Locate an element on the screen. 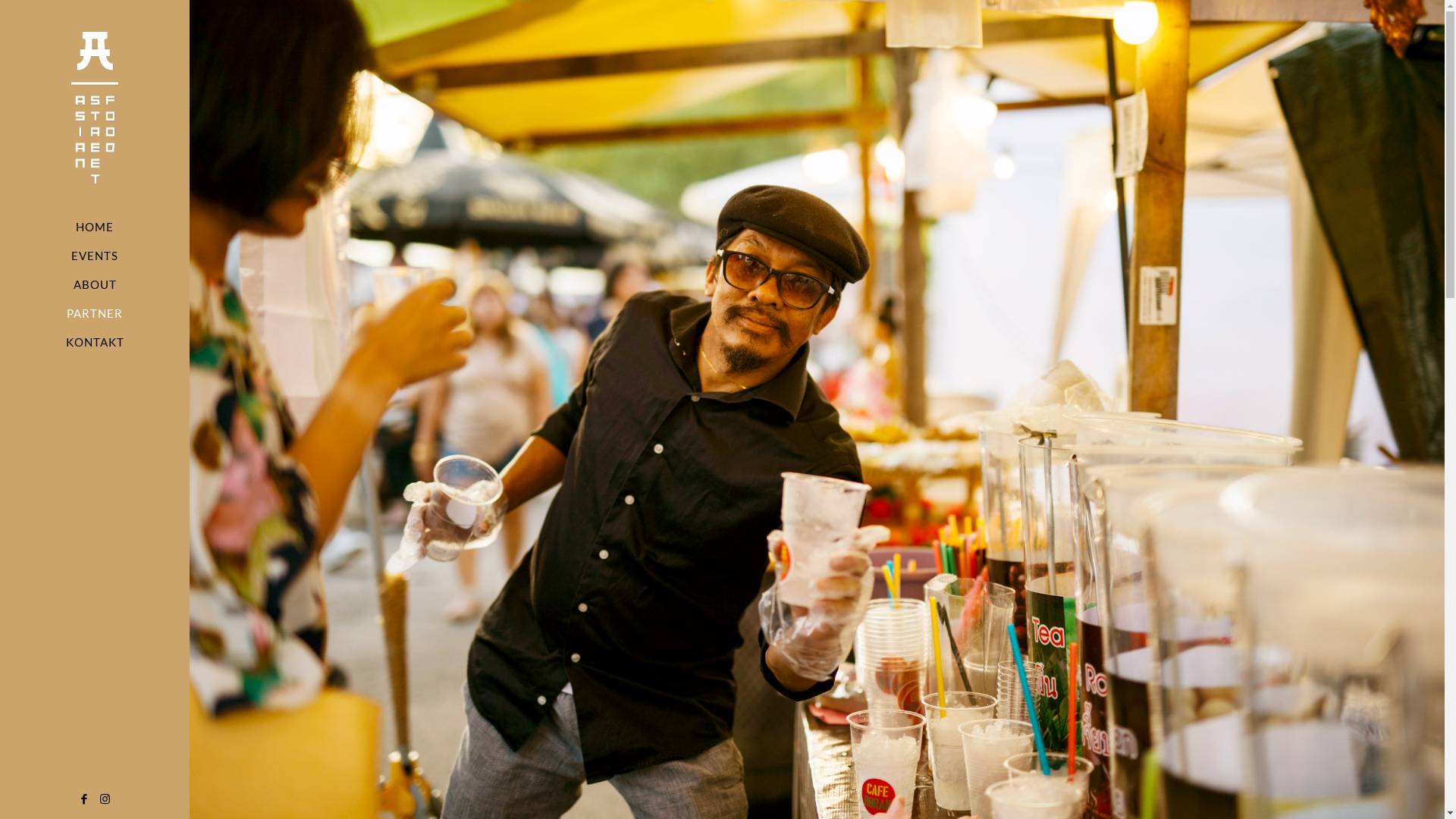 The width and height of the screenshot is (1456, 819). 'PARTNER' is located at coordinates (93, 312).